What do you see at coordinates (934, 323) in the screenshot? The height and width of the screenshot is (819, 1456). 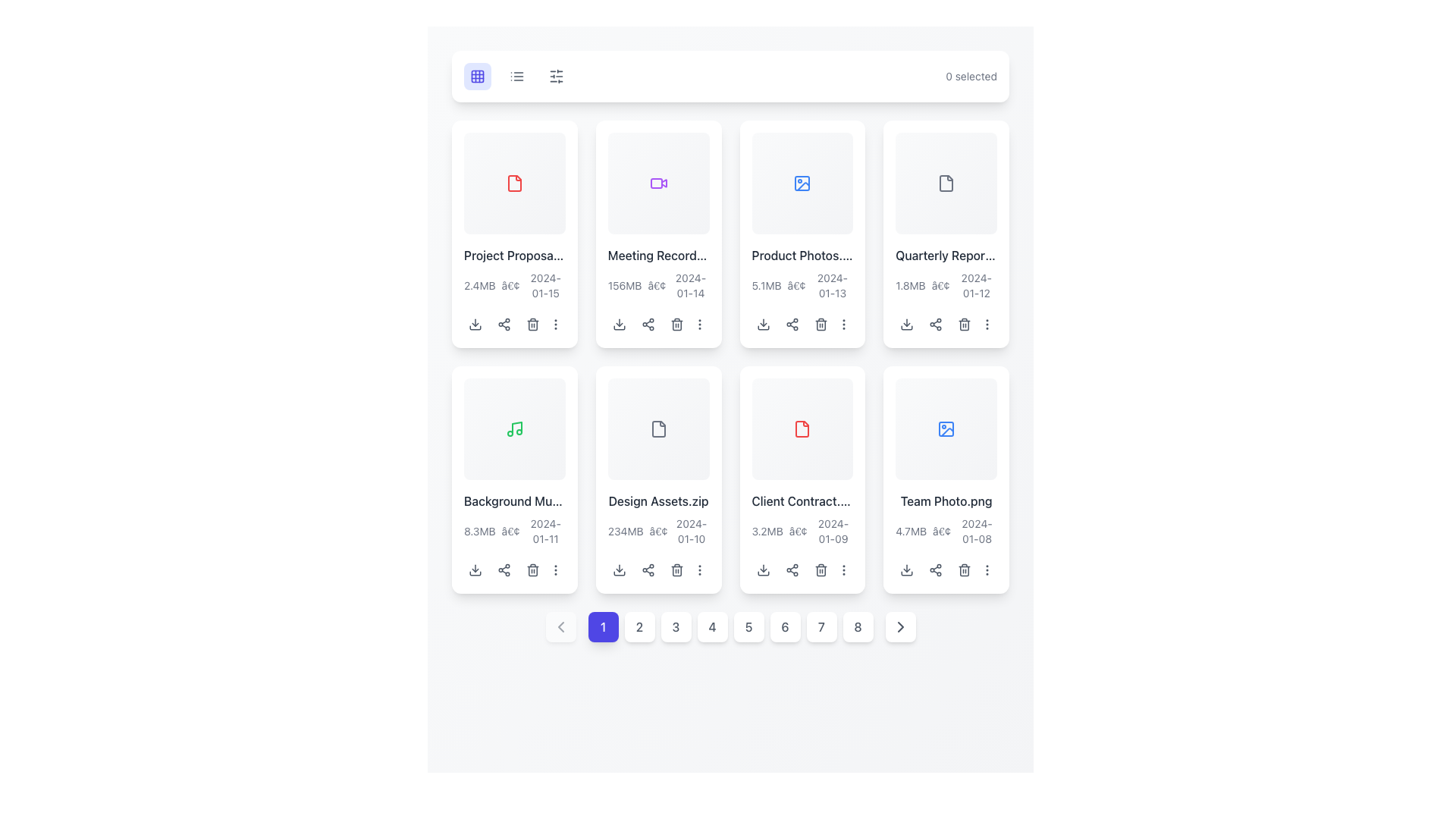 I see `the share icon button represented by three dots connected by lines, located in the toolbar beneath the 'Quarterly Report.pdf' file preview, to initiate the sharing action` at bounding box center [934, 323].